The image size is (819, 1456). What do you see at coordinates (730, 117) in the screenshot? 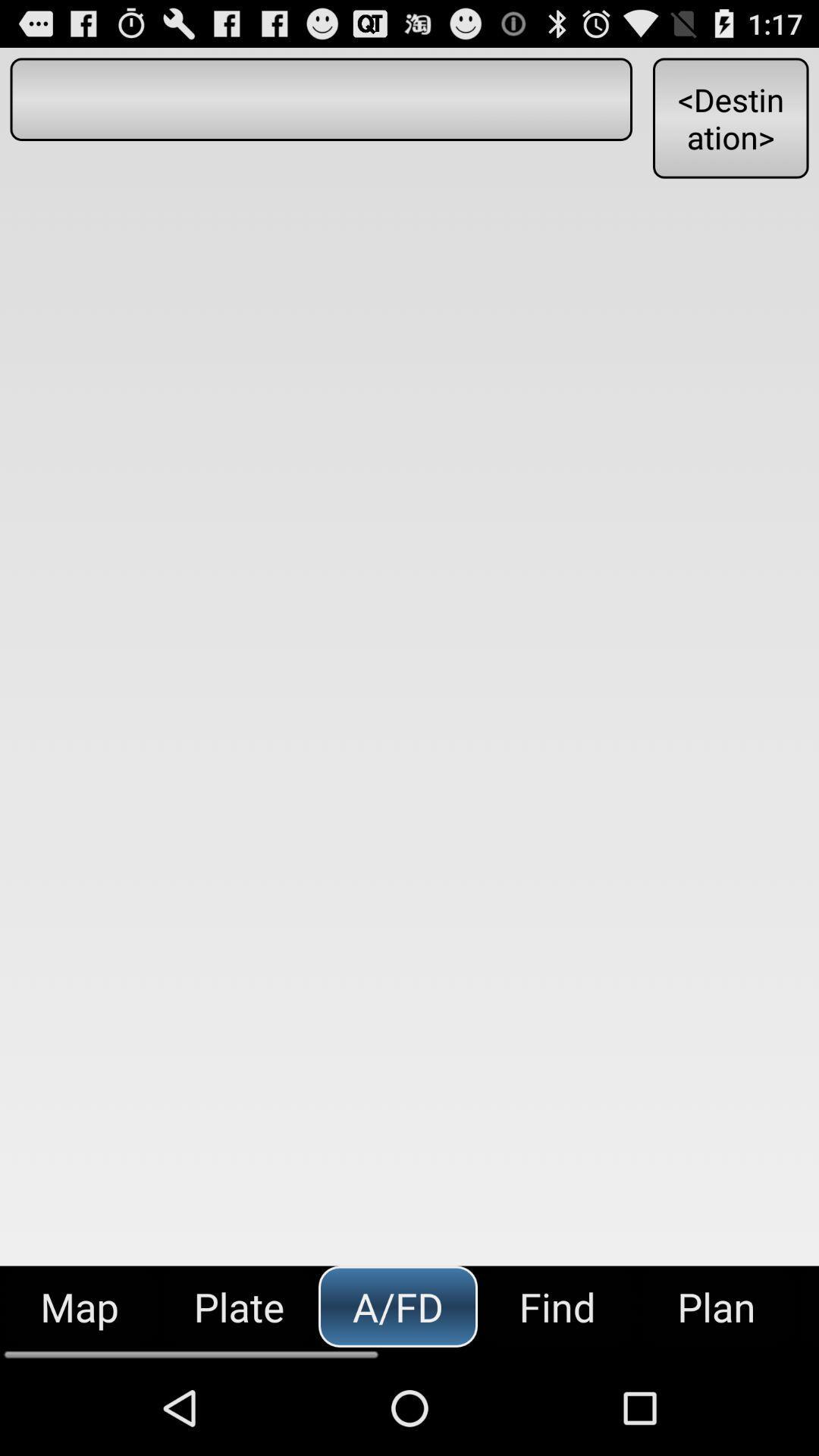
I see `<destination> button` at bounding box center [730, 117].